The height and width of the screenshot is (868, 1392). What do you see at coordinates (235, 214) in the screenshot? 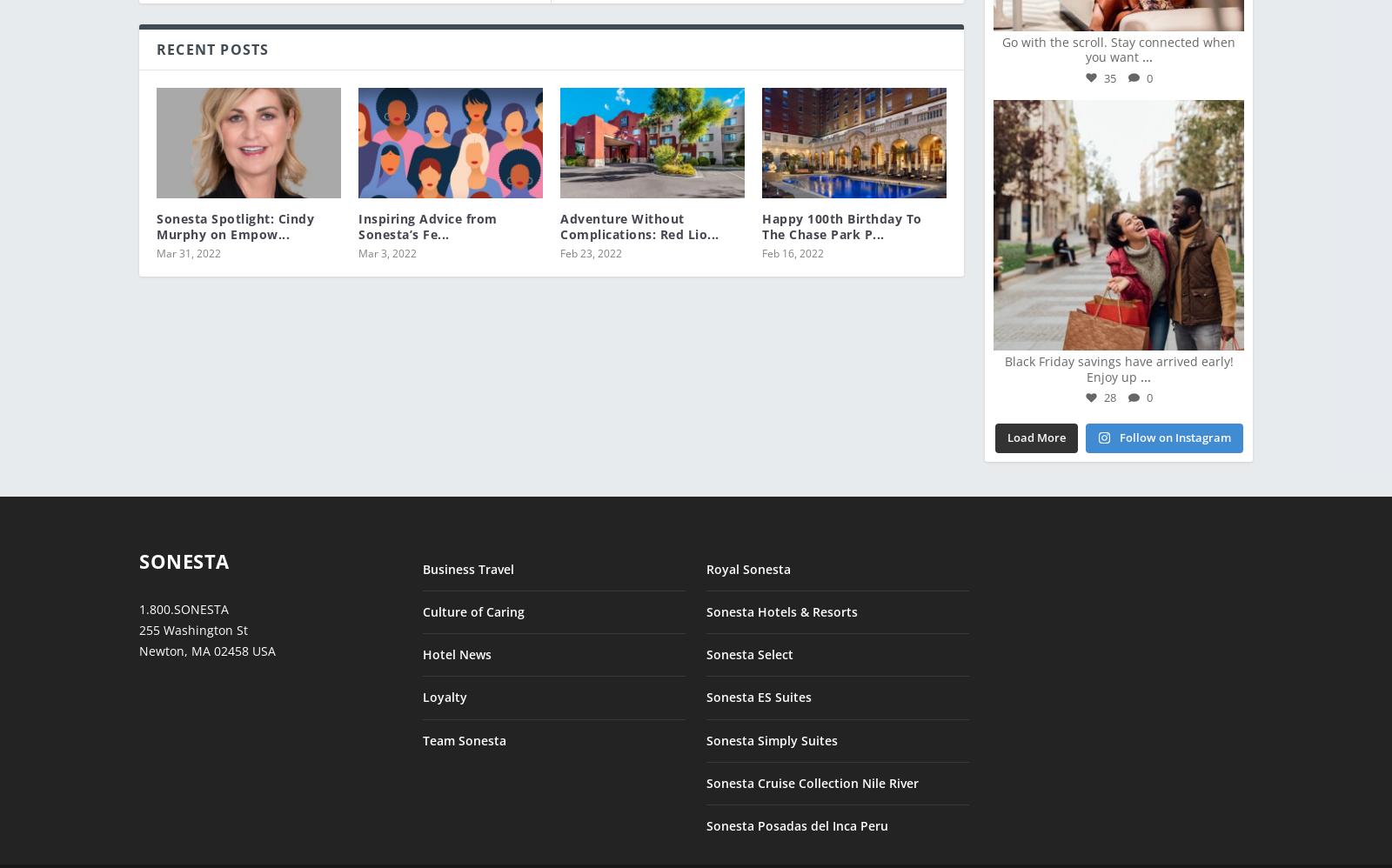
I see `'Sonesta Spotlight: Cindy Murphy on Empow...'` at bounding box center [235, 214].